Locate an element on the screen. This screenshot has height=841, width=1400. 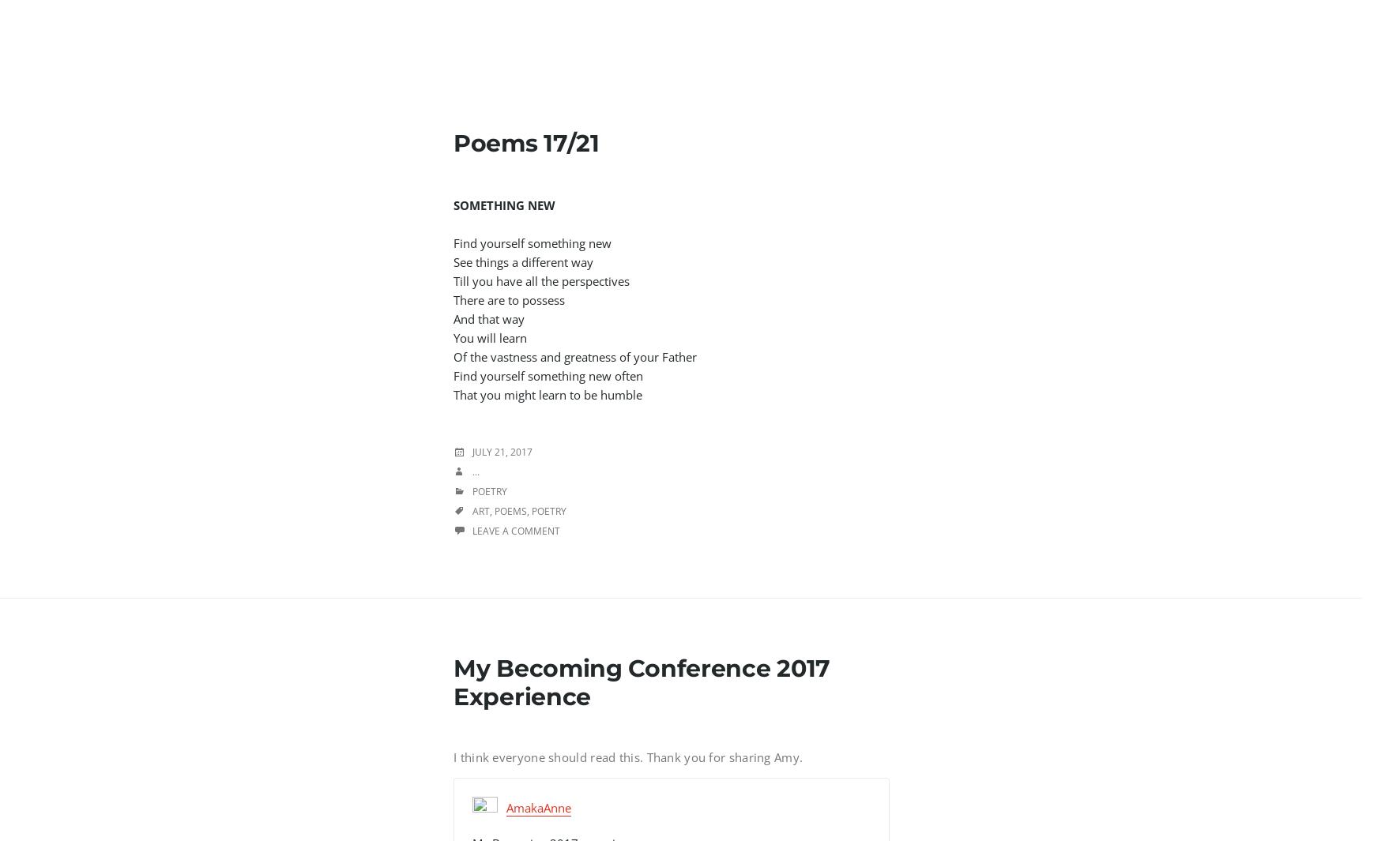
'Art' is located at coordinates (481, 510).